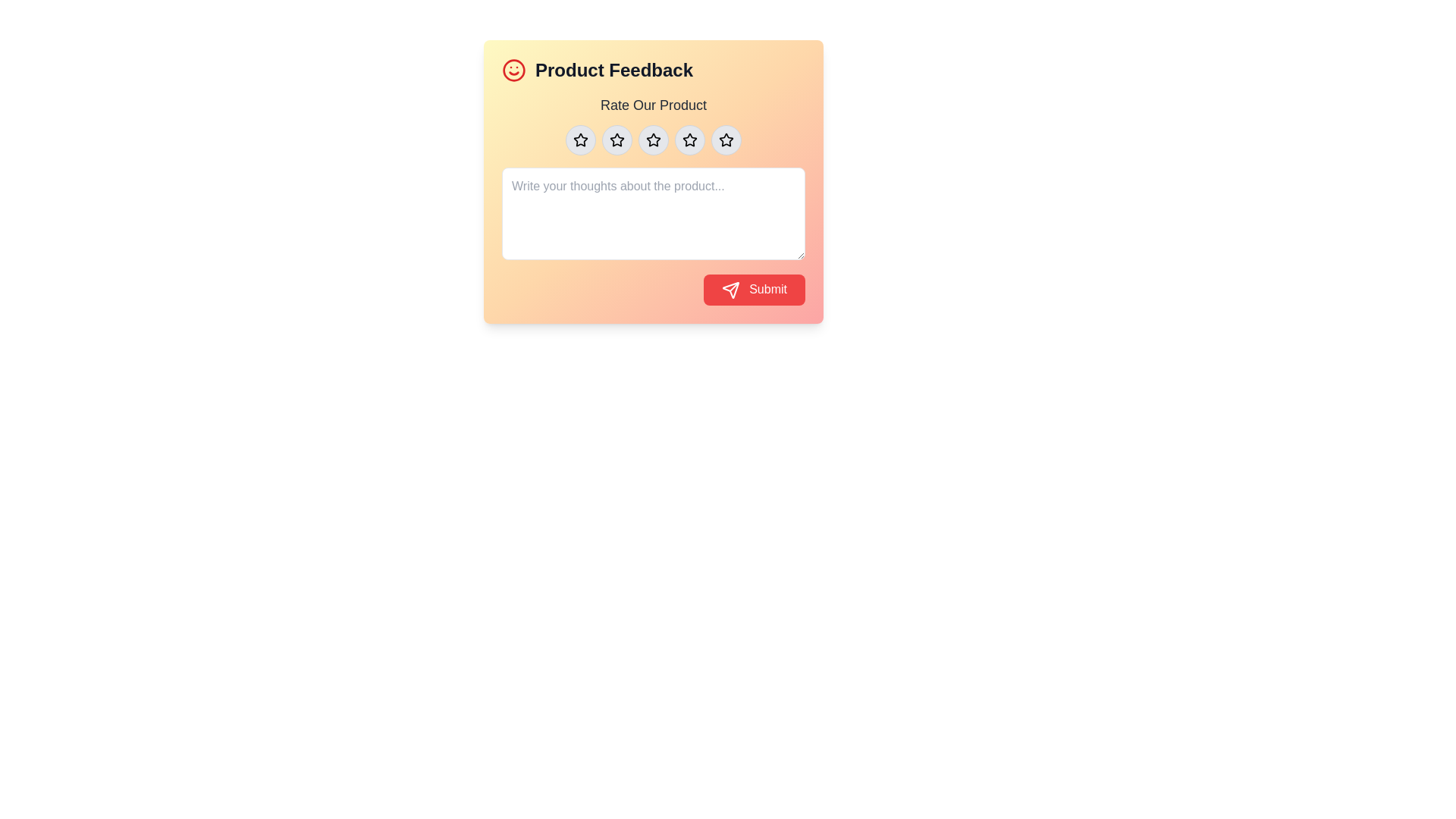  Describe the element at coordinates (614, 70) in the screenshot. I see `the 'Product Feedback' text label, which is styled as a prominent heading in a bold, dark-gray font, located to the right of a smiley face icon` at that location.